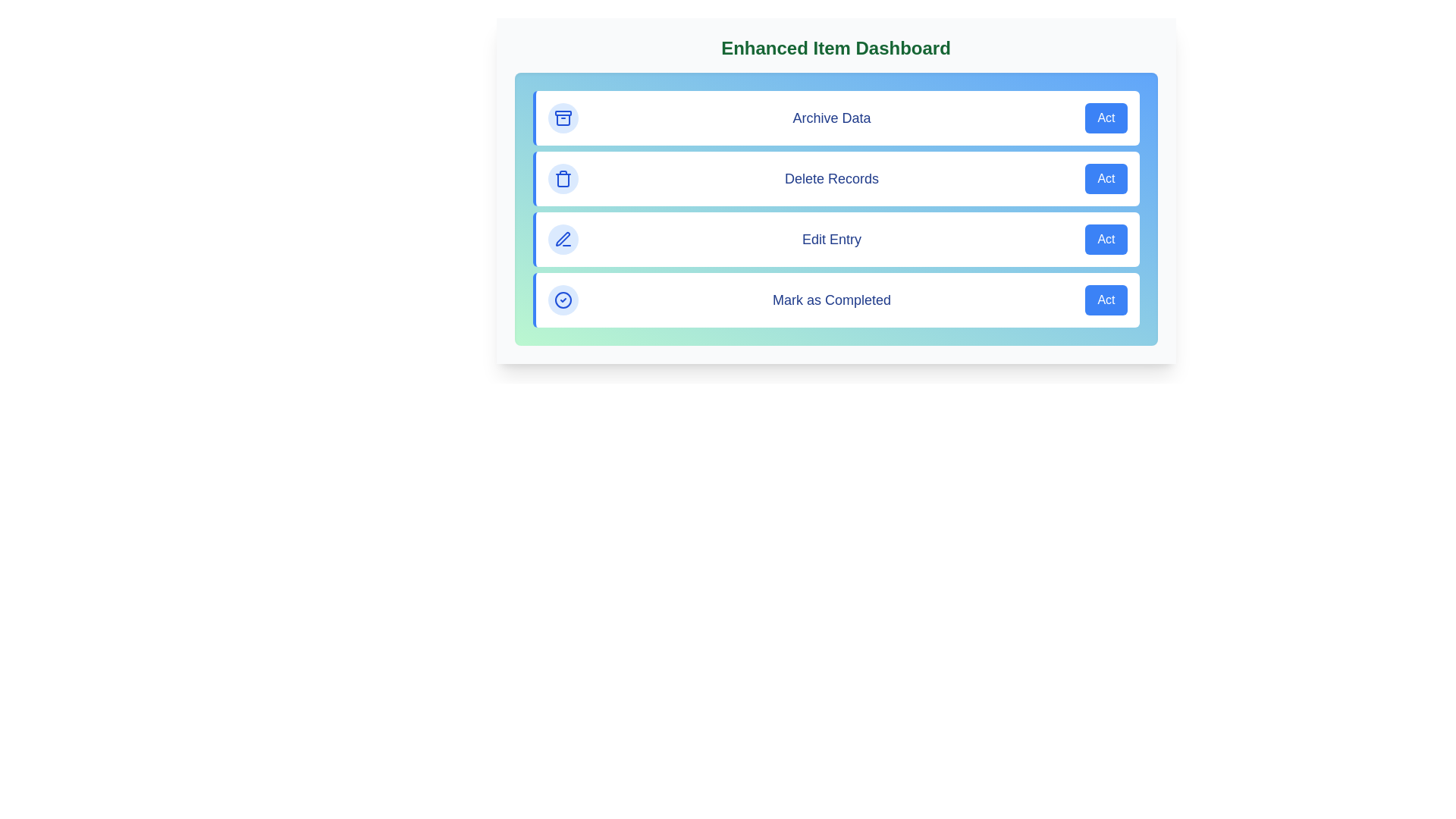  Describe the element at coordinates (835, 117) in the screenshot. I see `the action item labeled 'Archive Data' to observe its hover effect` at that location.